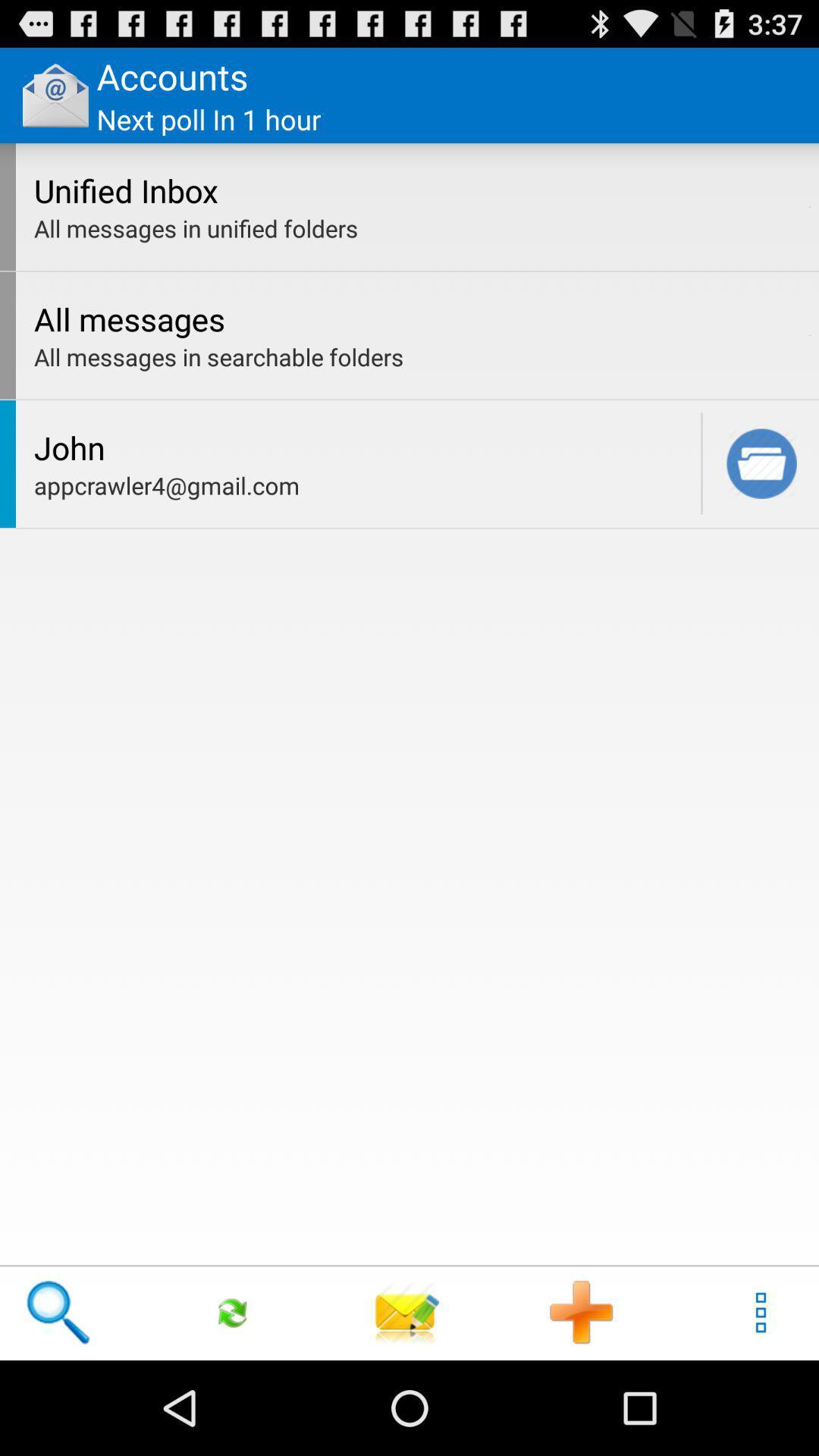 This screenshot has width=819, height=1456. I want to click on the app above the all messages in app, so click(809, 206).